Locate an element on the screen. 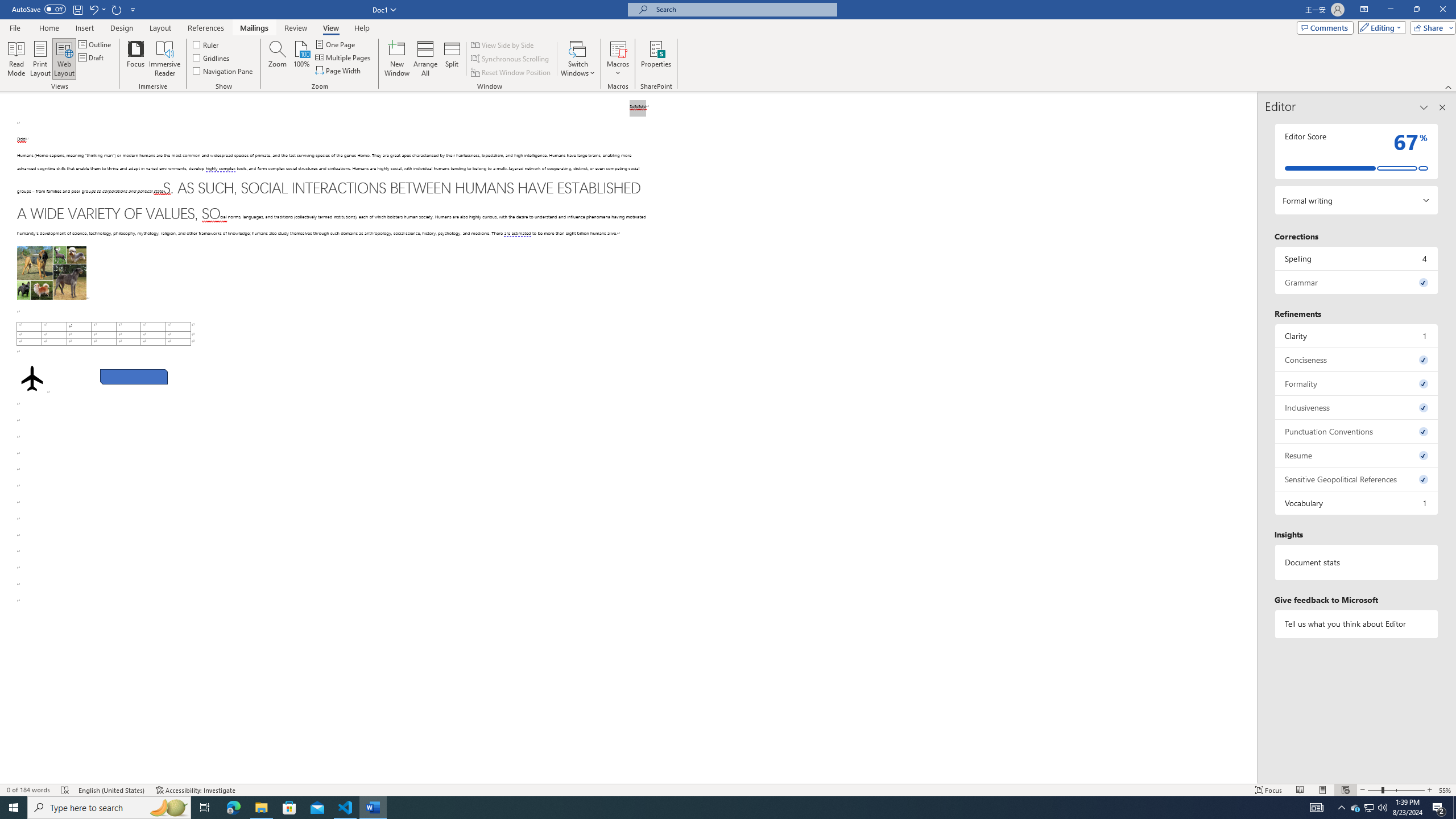 This screenshot has height=819, width=1456. 'Tell us what you think about Editor' is located at coordinates (1356, 623).